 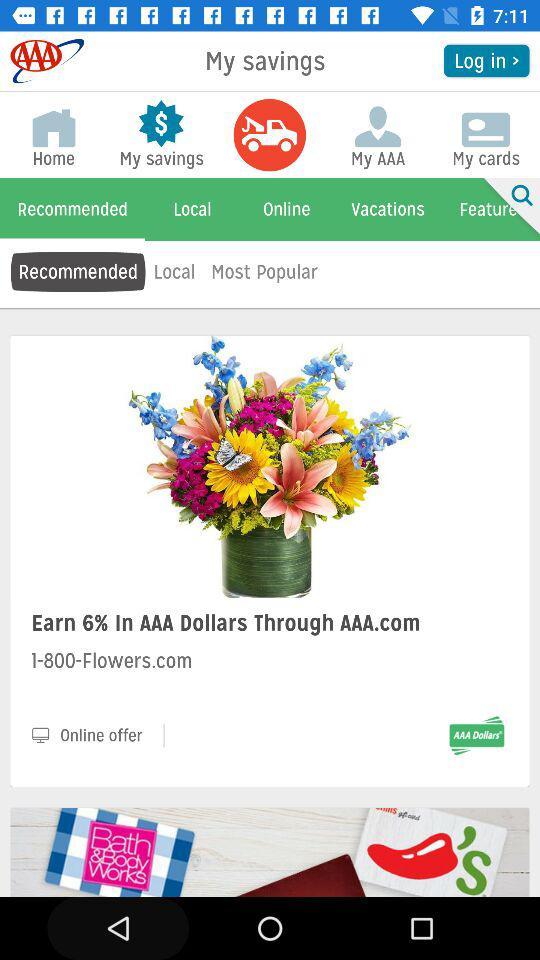 I want to click on log in > icon, so click(x=485, y=59).